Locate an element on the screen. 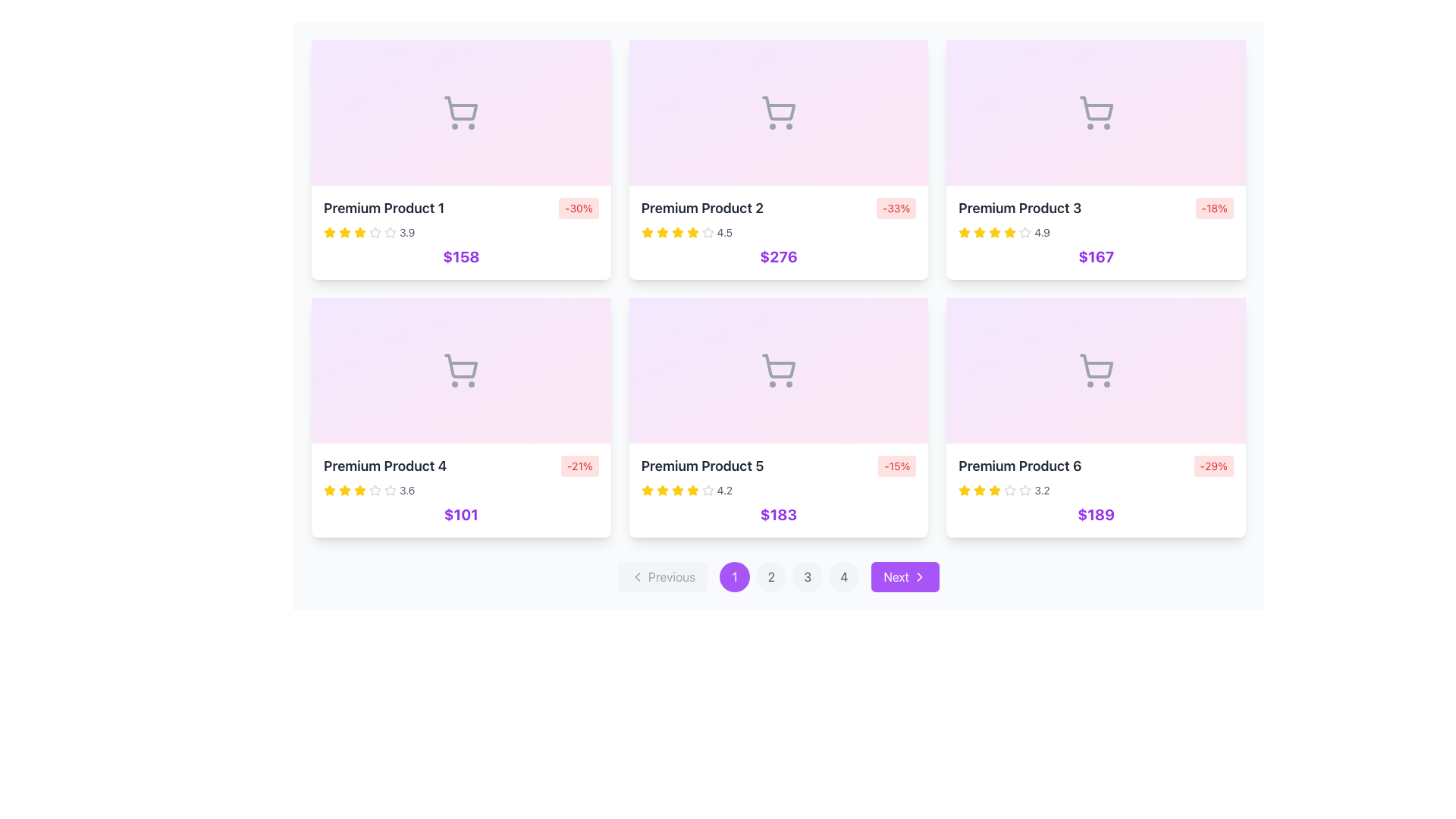 The image size is (1456, 819). the main body of the shopping cart icon, which is part of the SVG structure for 'Premium Product 3' located in the top-central area of the card is located at coordinates (1096, 108).